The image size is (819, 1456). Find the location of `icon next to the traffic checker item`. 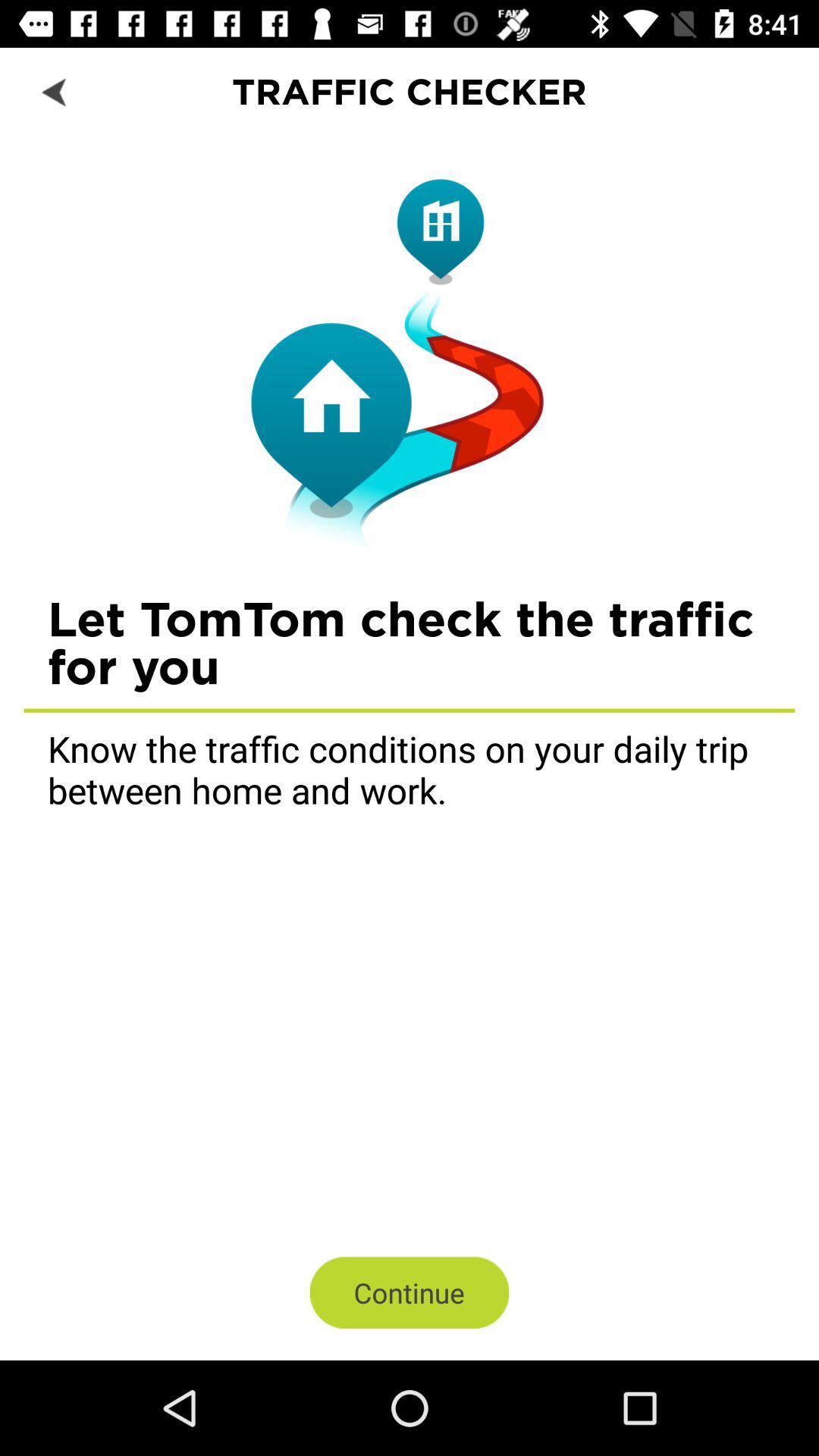

icon next to the traffic checker item is located at coordinates (55, 90).